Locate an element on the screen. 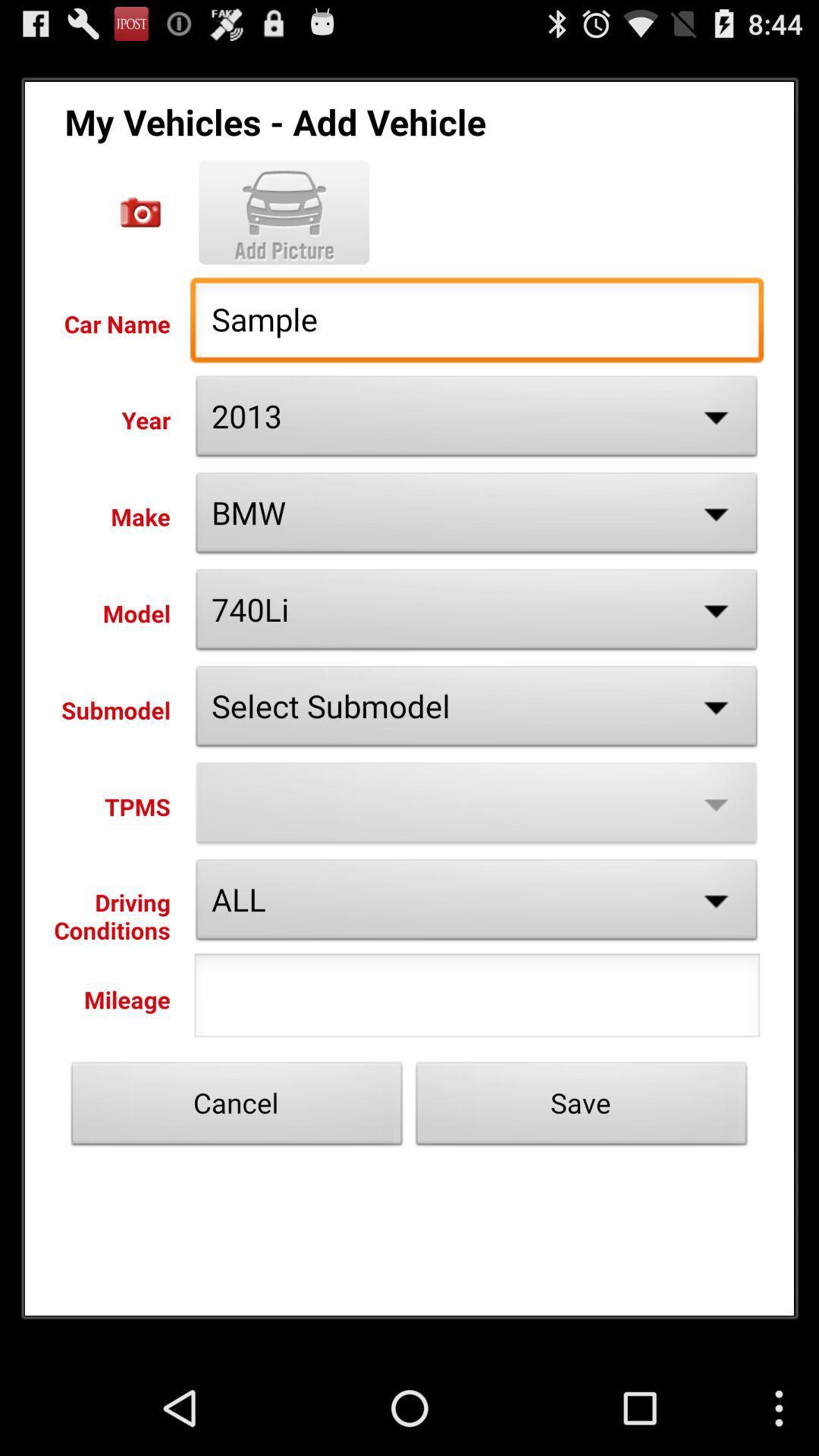  picture is located at coordinates (284, 212).